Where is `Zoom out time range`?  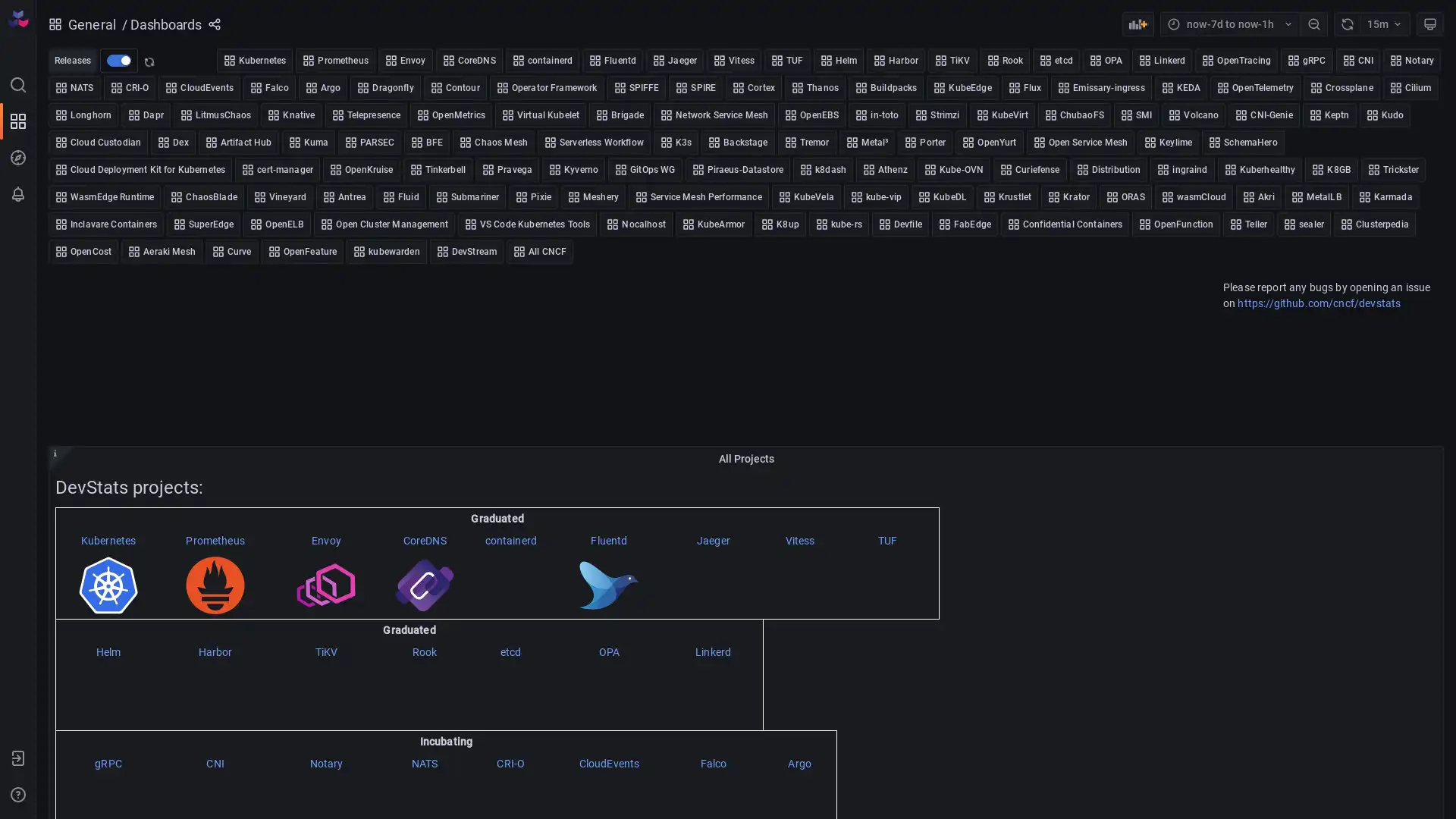 Zoom out time range is located at coordinates (1313, 24).